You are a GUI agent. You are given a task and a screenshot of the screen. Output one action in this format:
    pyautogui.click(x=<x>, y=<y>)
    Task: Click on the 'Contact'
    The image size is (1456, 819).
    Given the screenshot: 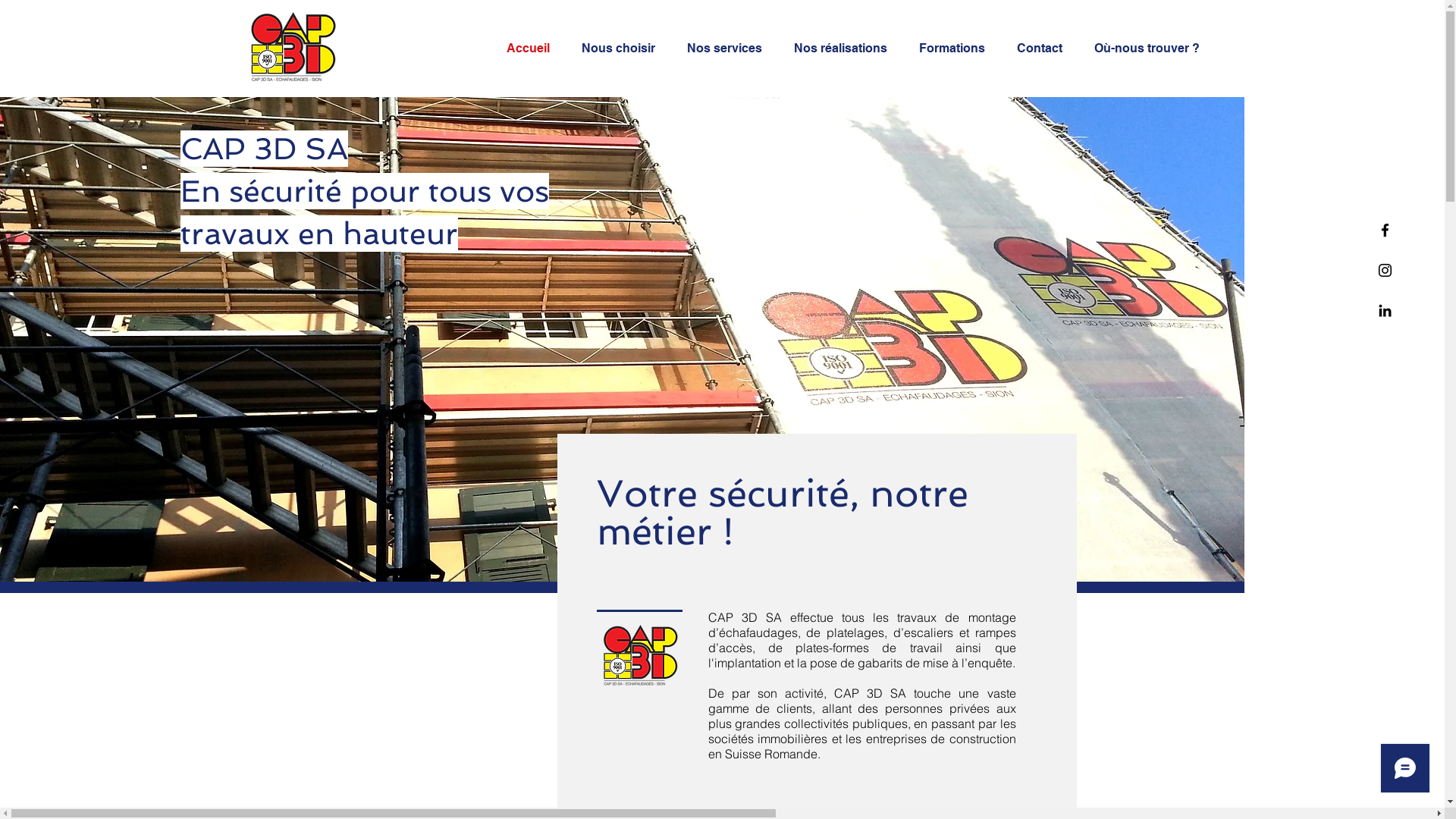 What is the action you would take?
    pyautogui.click(x=1043, y=48)
    